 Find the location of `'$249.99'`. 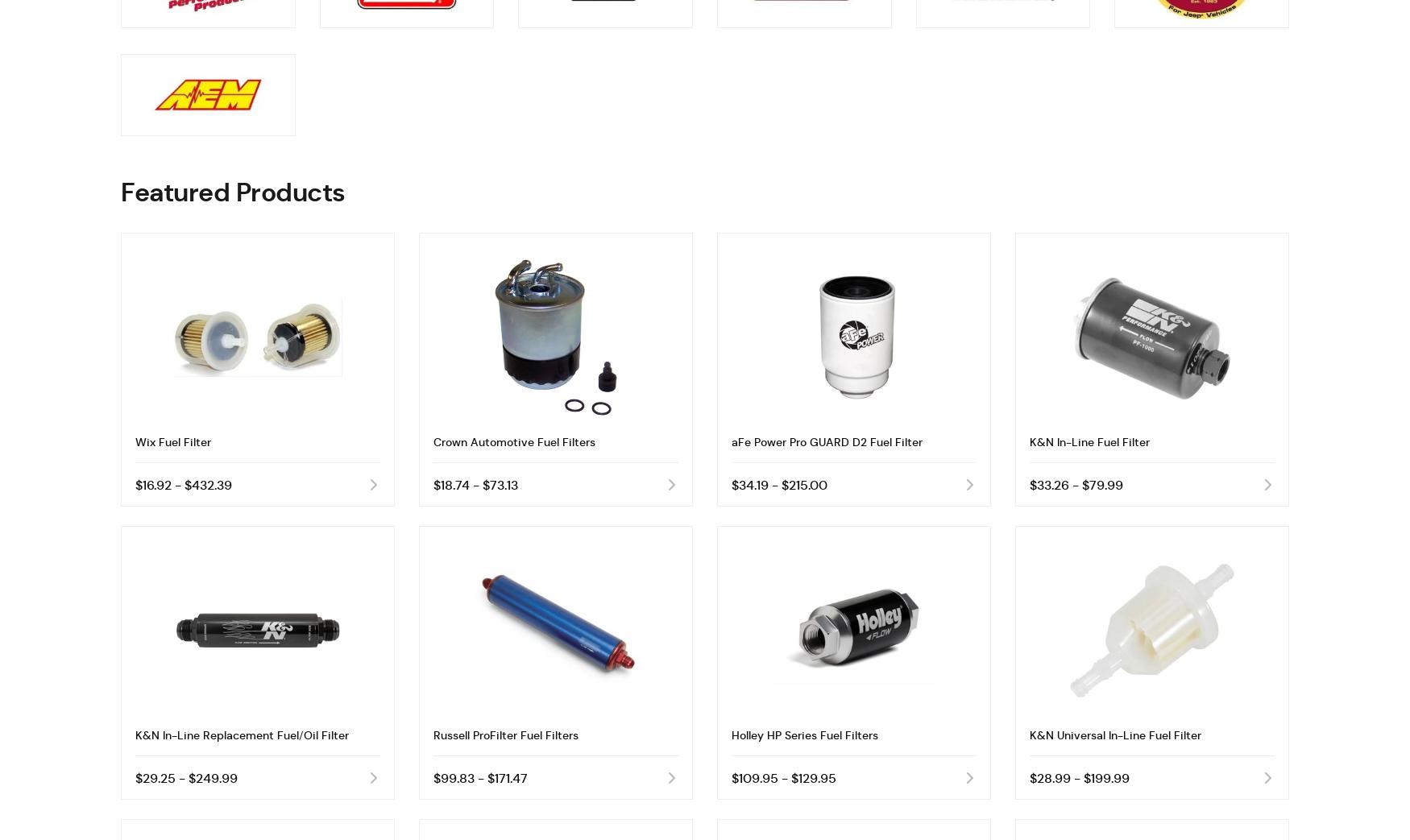

'$249.99' is located at coordinates (212, 777).